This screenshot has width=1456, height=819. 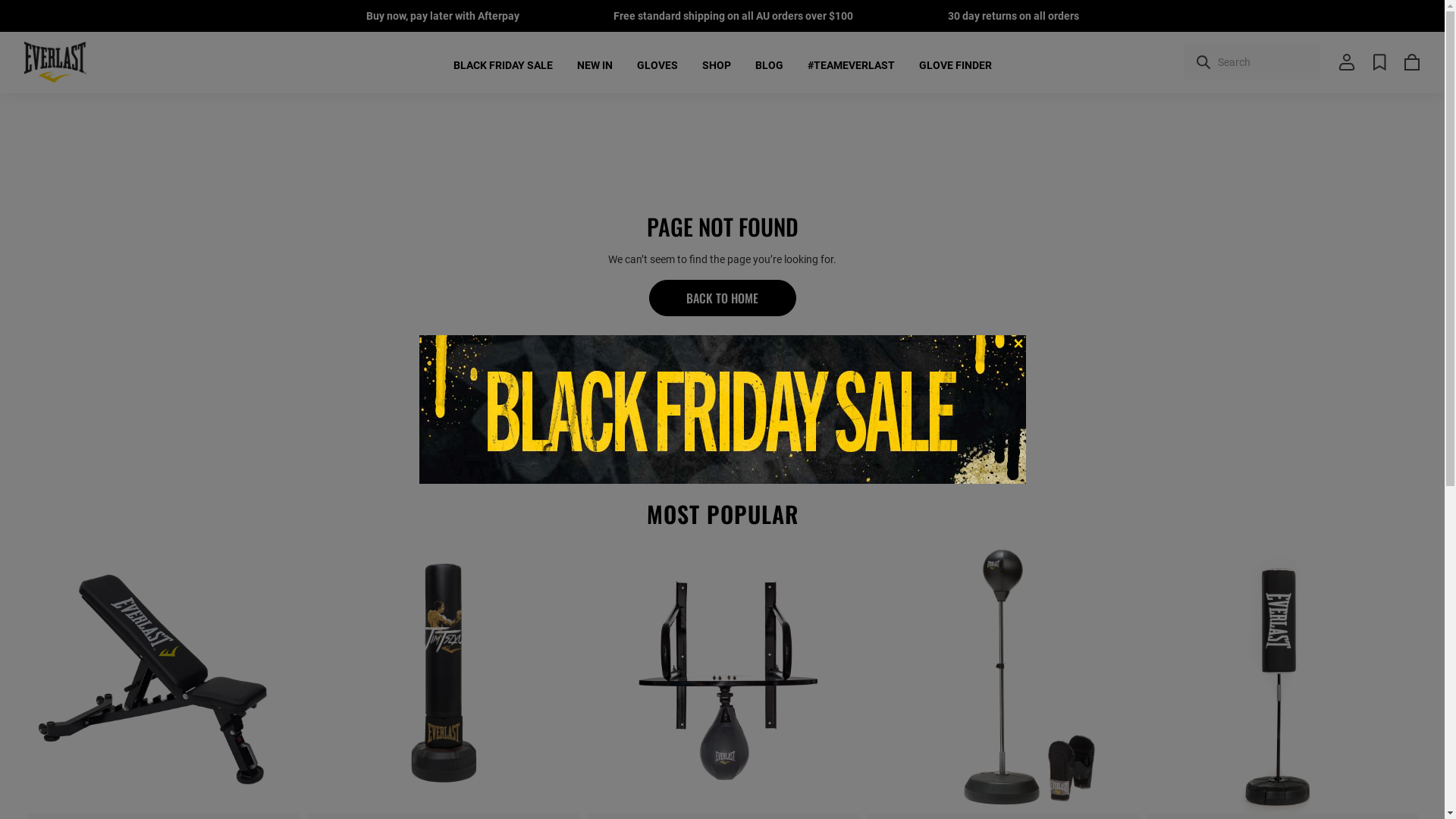 What do you see at coordinates (721, 513) in the screenshot?
I see `'MOST POPULAR'` at bounding box center [721, 513].